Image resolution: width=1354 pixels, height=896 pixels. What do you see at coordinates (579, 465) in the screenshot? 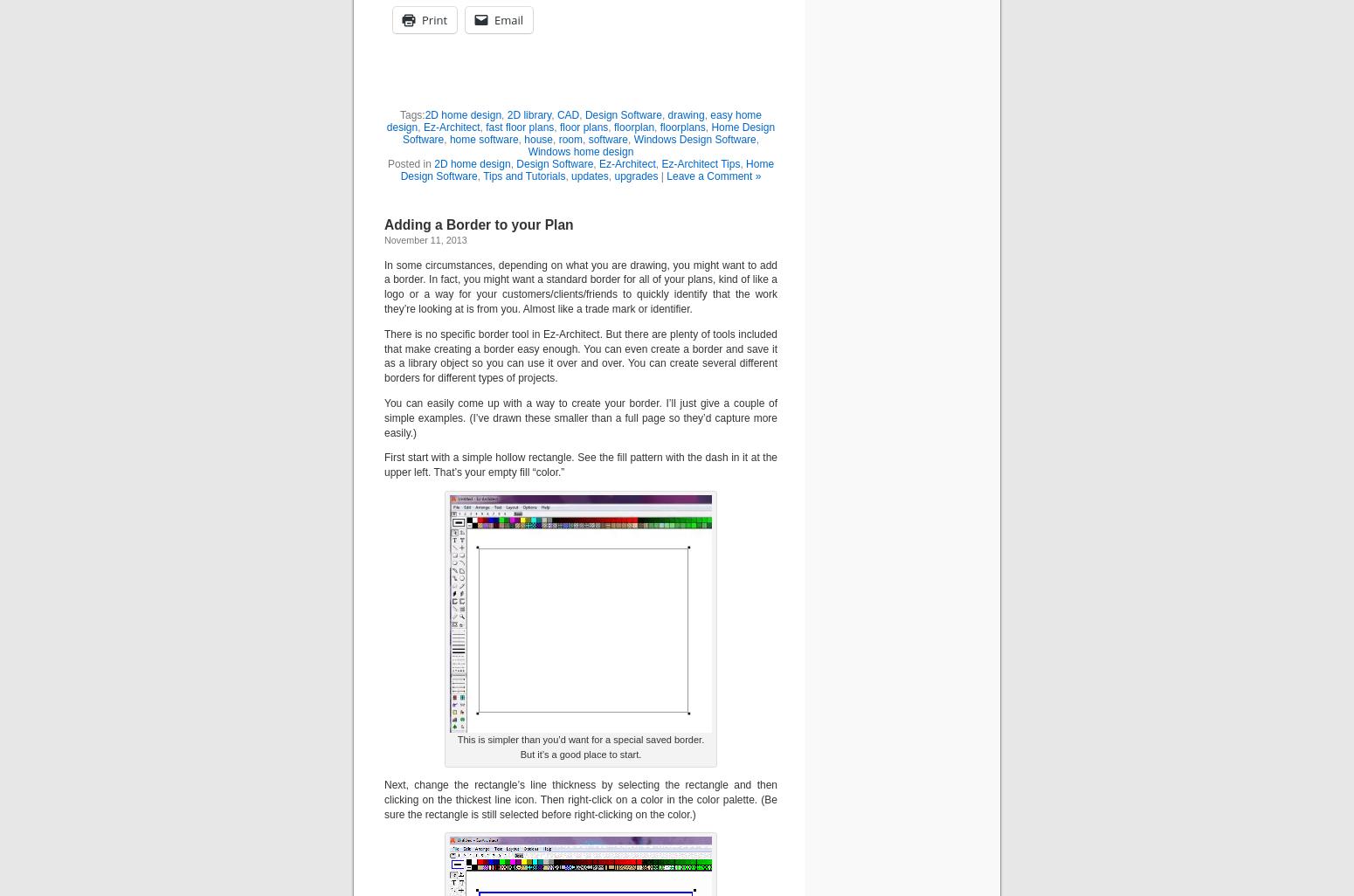
I see `'First start with a simple hollow rectangle. See the fill pattern with the dash in it at the upper left. That’s your empty fill “color.”'` at bounding box center [579, 465].